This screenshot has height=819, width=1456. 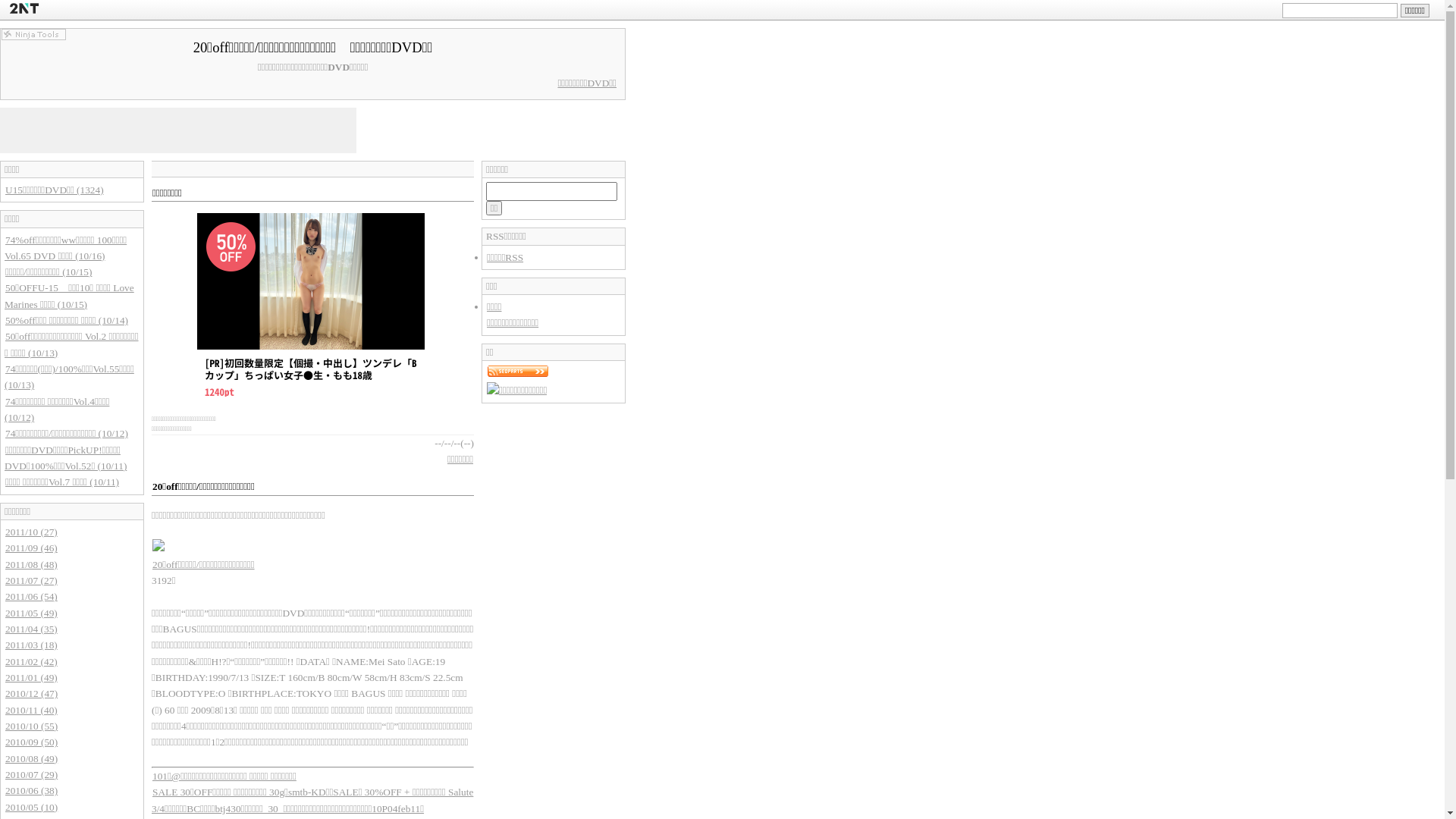 What do you see at coordinates (31, 741) in the screenshot?
I see `'2010/09 (50)'` at bounding box center [31, 741].